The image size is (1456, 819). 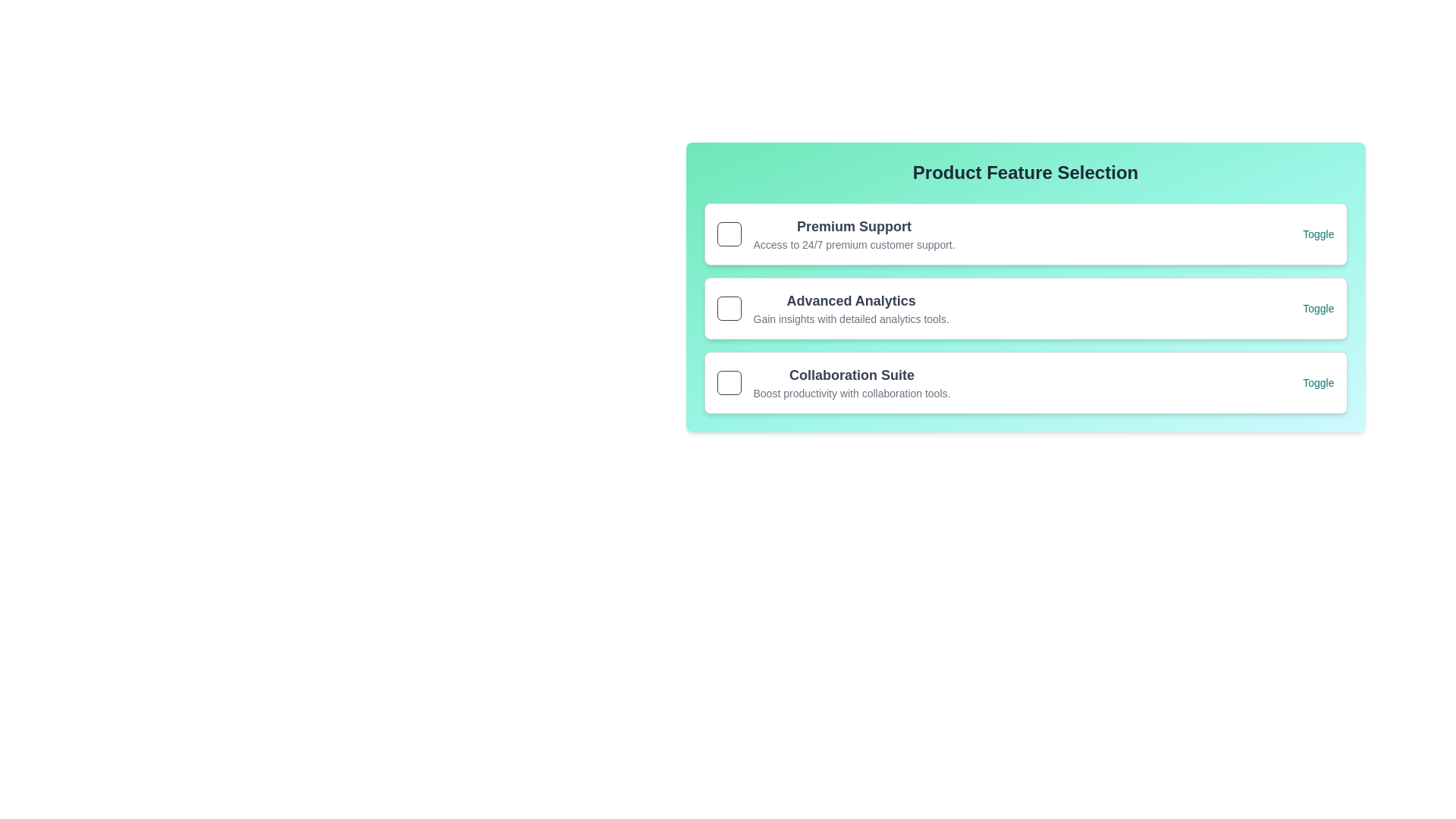 I want to click on the checkbox for 'Advanced Analytics' to receive interaction feedback, so click(x=729, y=308).